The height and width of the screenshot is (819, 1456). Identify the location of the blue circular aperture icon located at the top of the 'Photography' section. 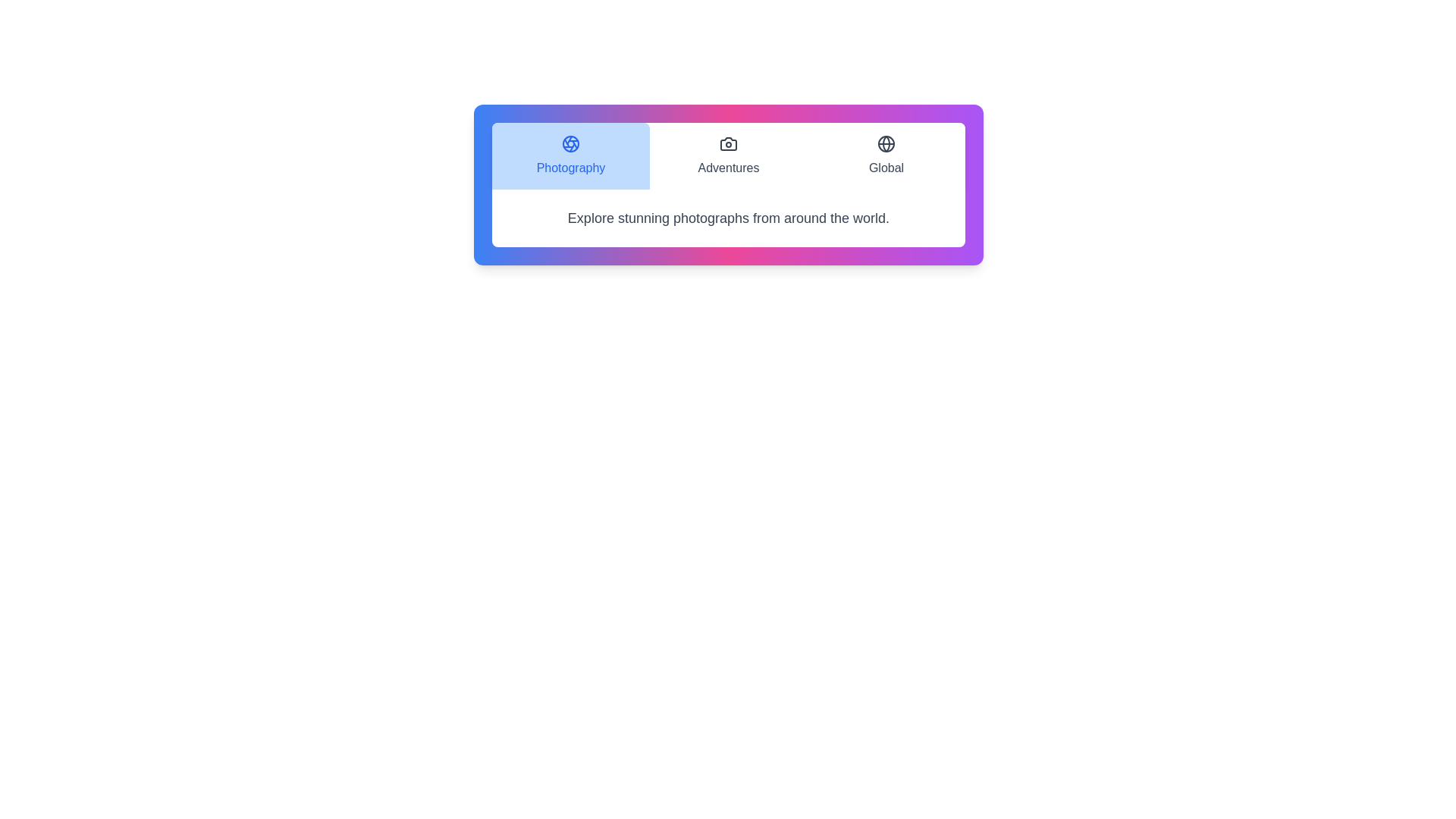
(570, 143).